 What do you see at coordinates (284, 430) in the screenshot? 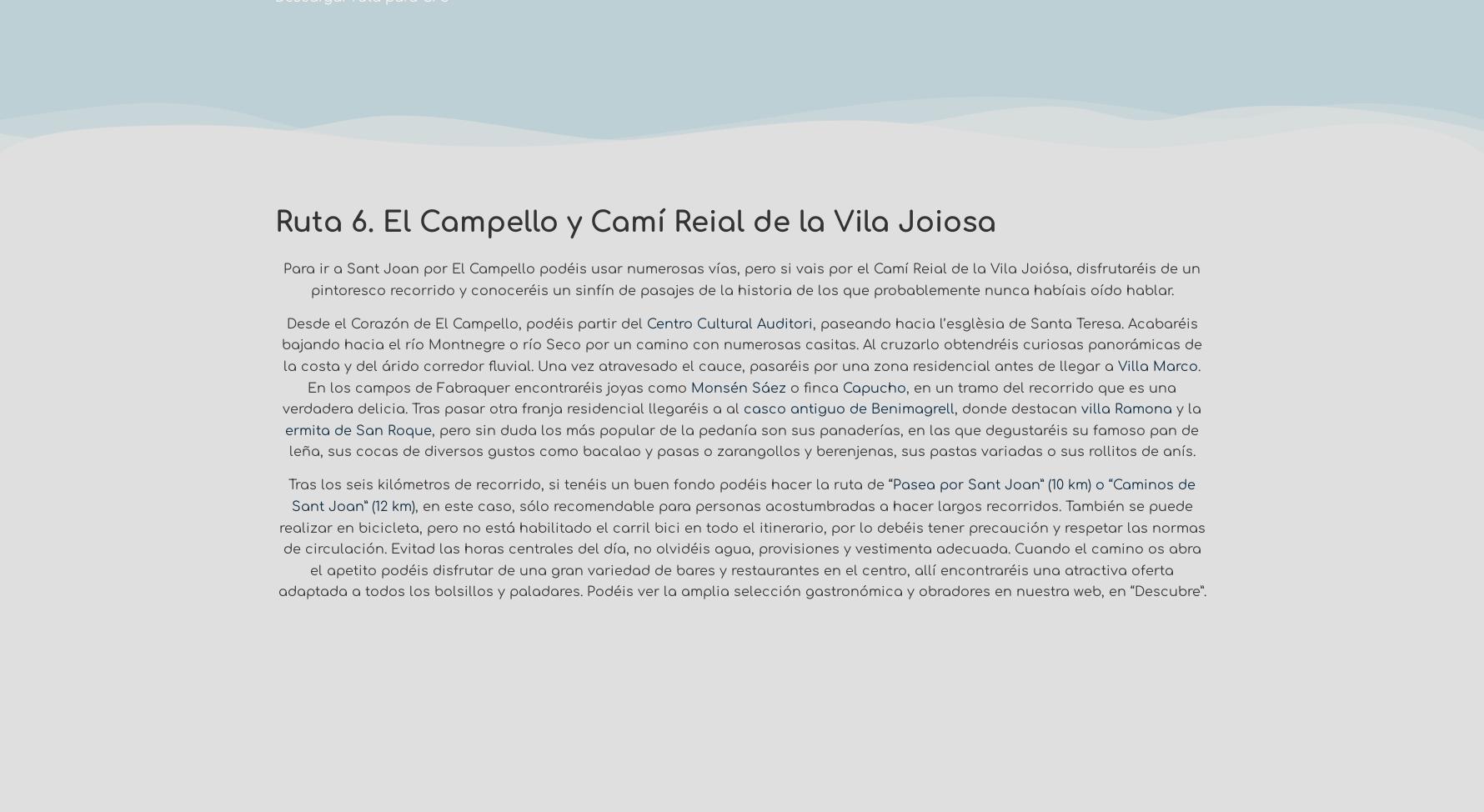
I see `'ermita de San Roque'` at bounding box center [284, 430].